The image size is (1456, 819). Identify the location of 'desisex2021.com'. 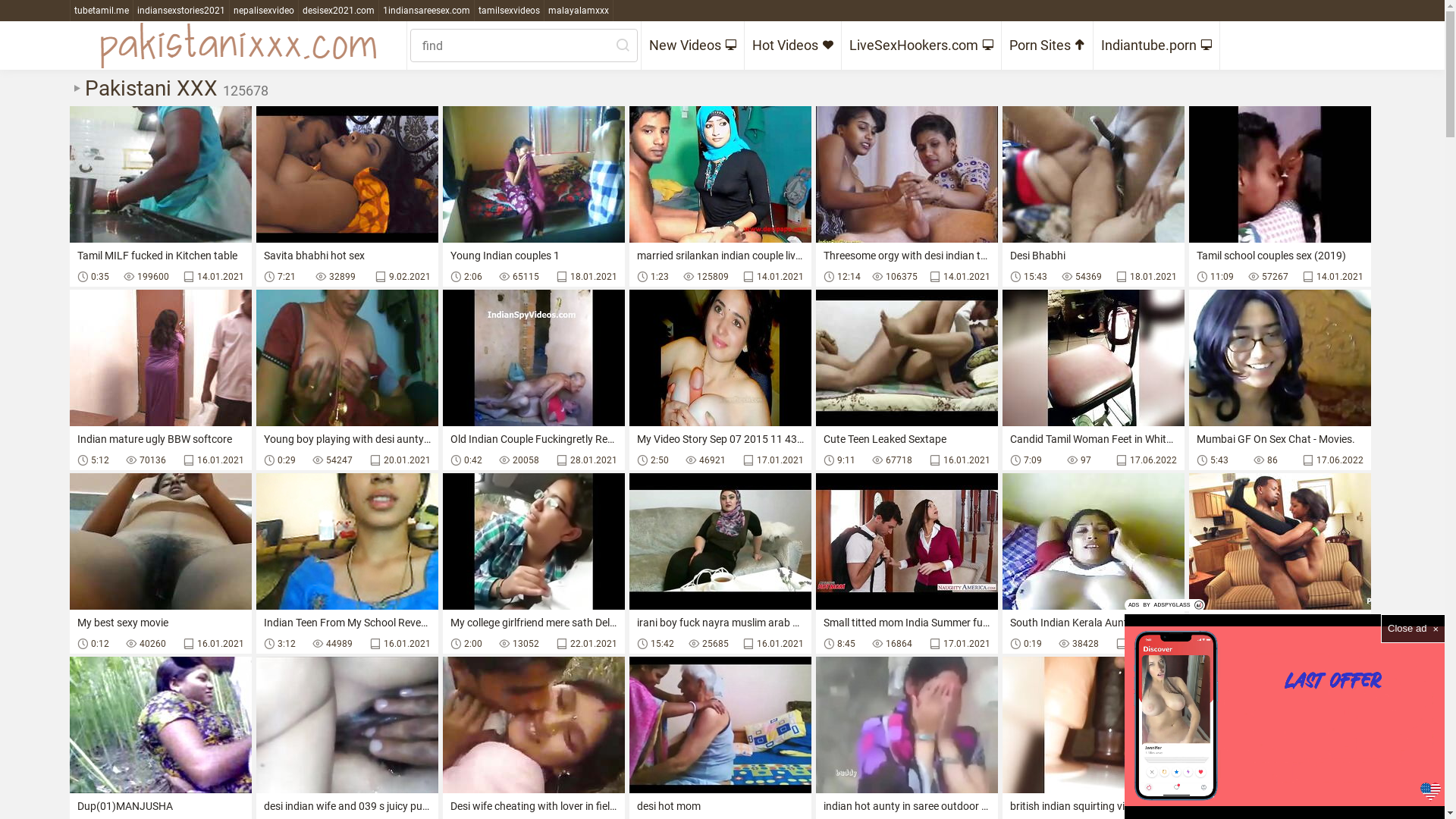
(337, 11).